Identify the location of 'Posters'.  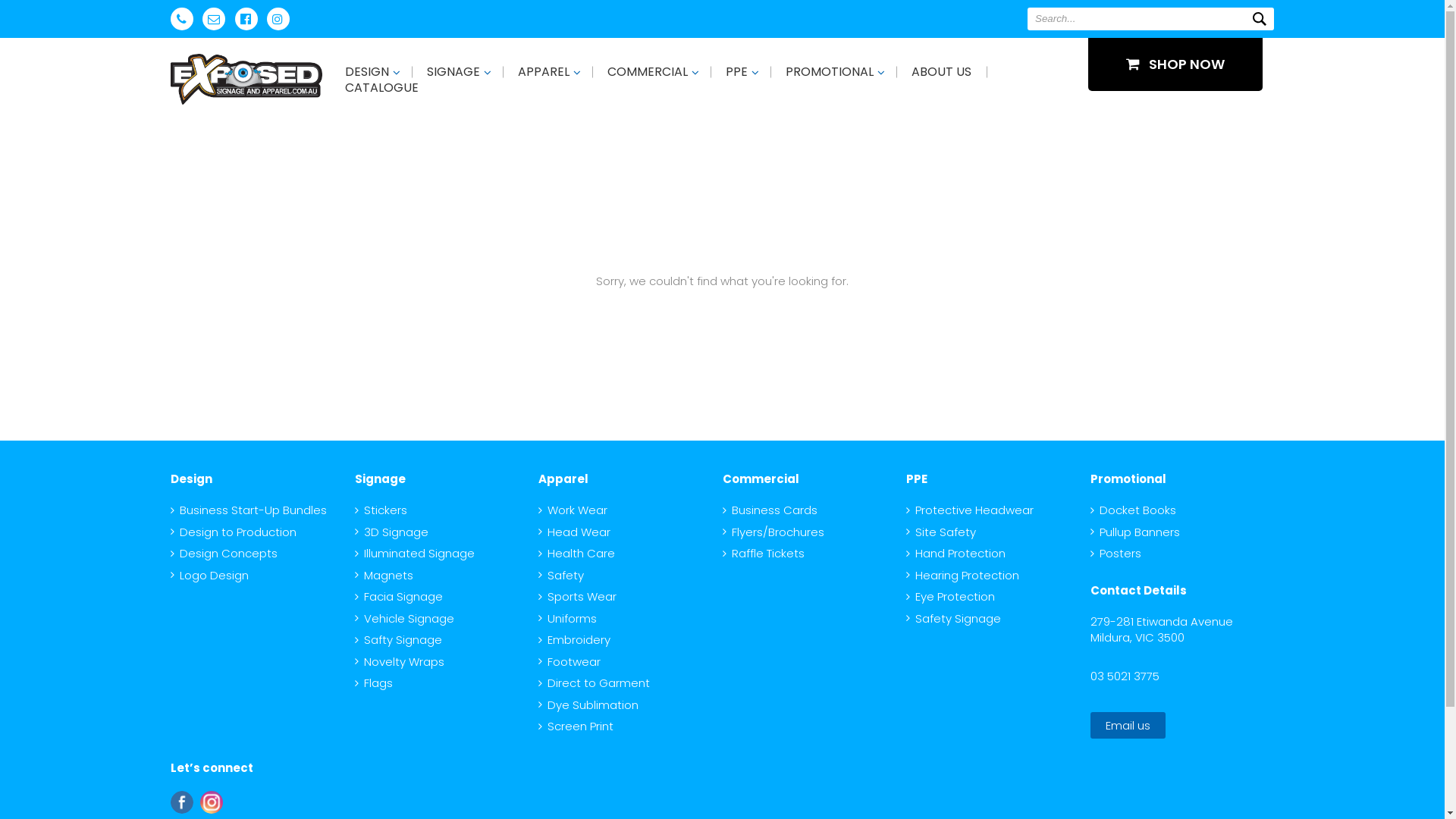
(1090, 553).